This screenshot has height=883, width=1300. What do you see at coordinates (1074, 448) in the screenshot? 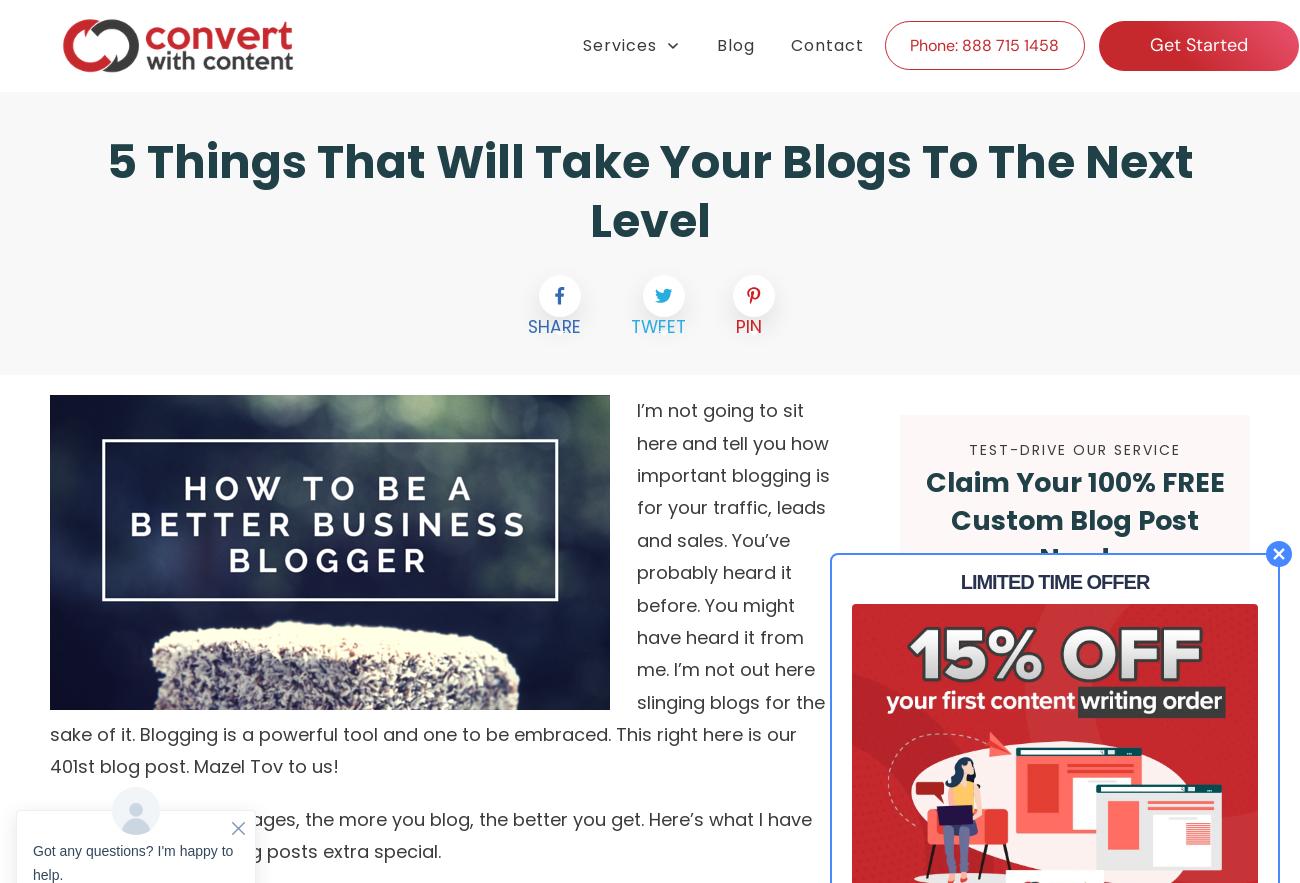
I see `'Test-Drive Our Service'` at bounding box center [1074, 448].